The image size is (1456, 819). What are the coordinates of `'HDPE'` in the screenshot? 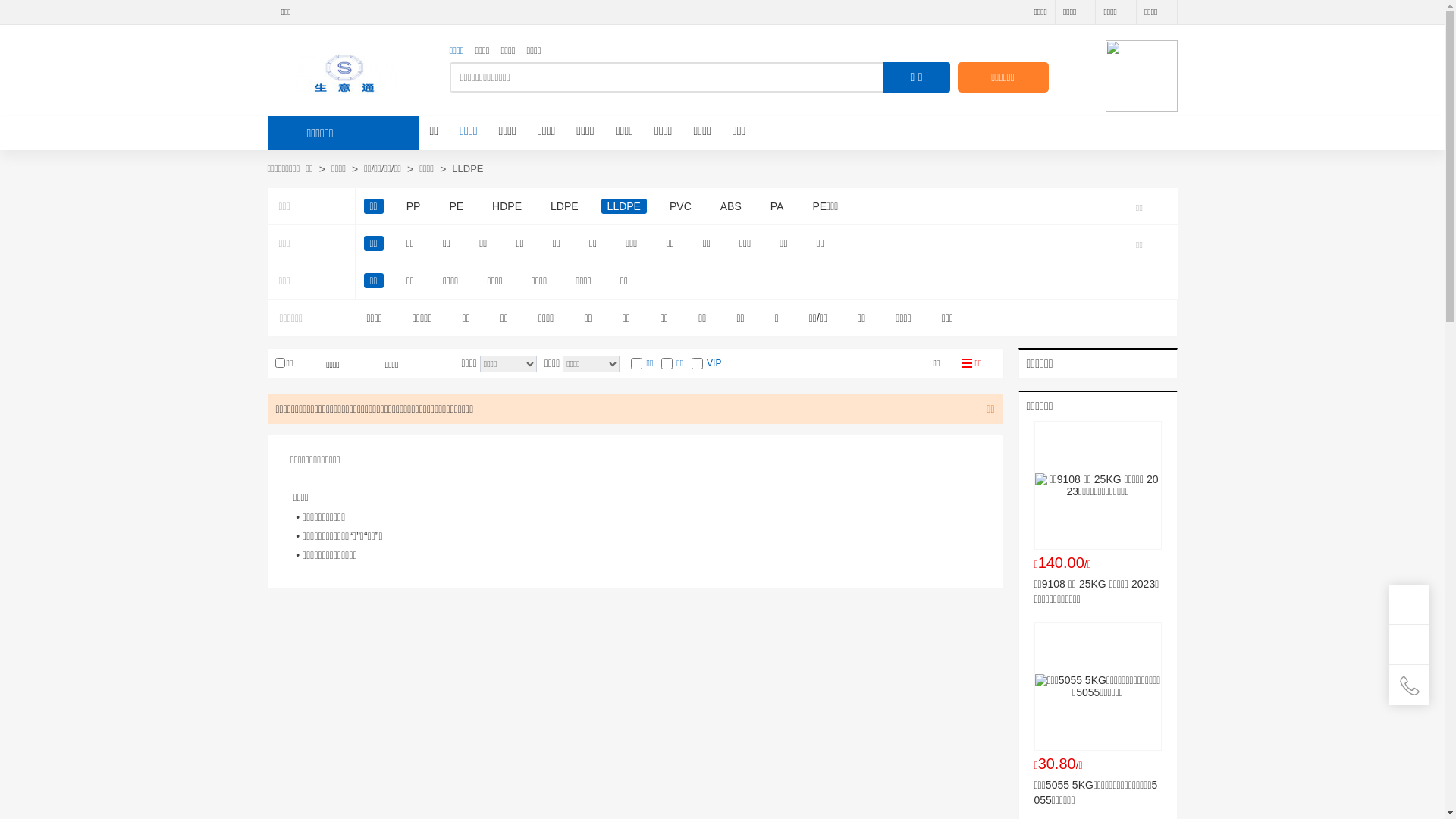 It's located at (507, 206).